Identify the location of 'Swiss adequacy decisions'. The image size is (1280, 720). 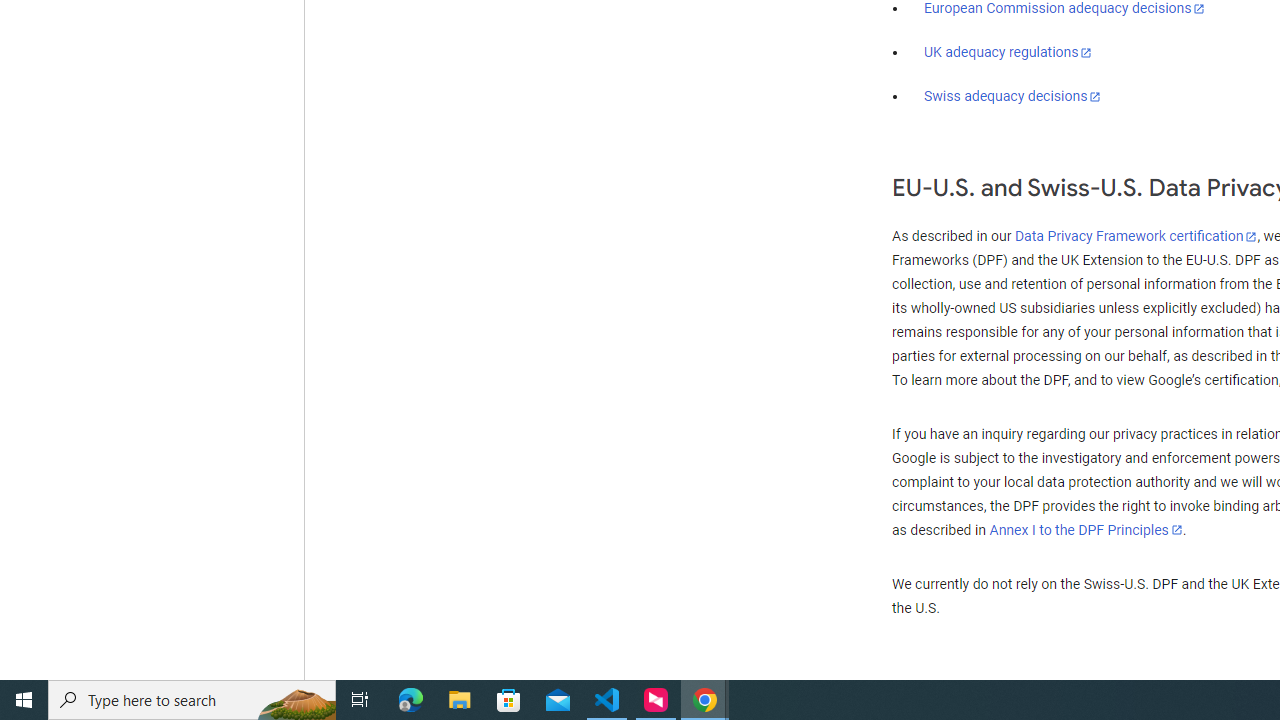
(1013, 96).